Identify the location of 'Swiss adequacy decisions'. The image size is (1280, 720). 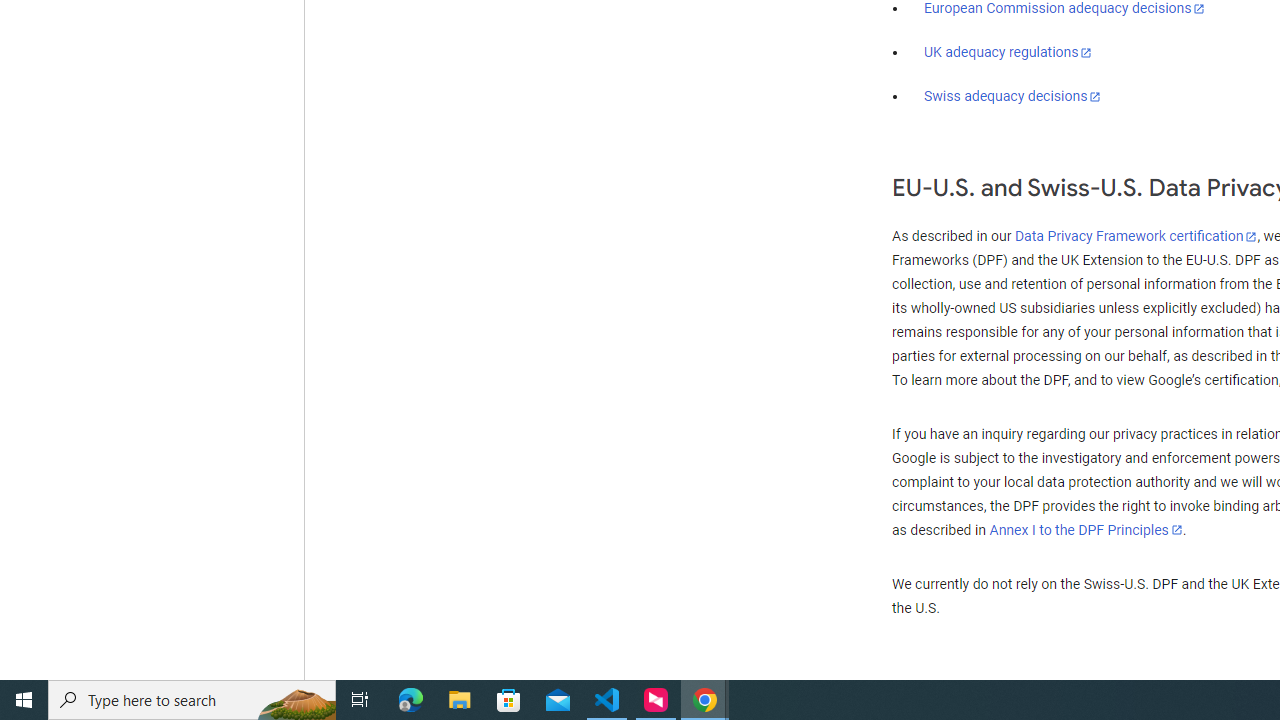
(1013, 96).